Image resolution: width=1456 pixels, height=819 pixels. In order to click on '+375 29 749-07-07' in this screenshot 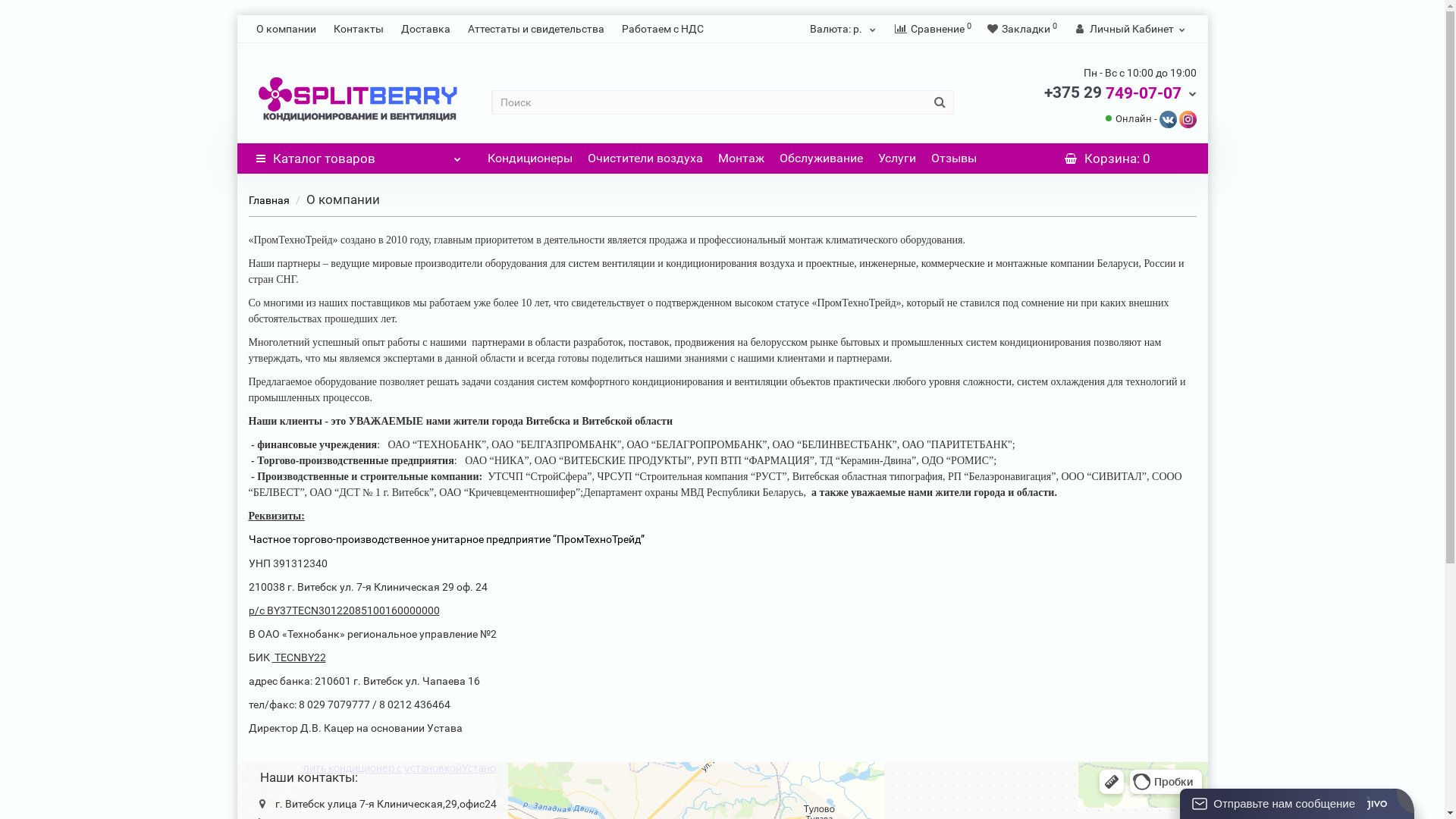, I will do `click(1043, 92)`.